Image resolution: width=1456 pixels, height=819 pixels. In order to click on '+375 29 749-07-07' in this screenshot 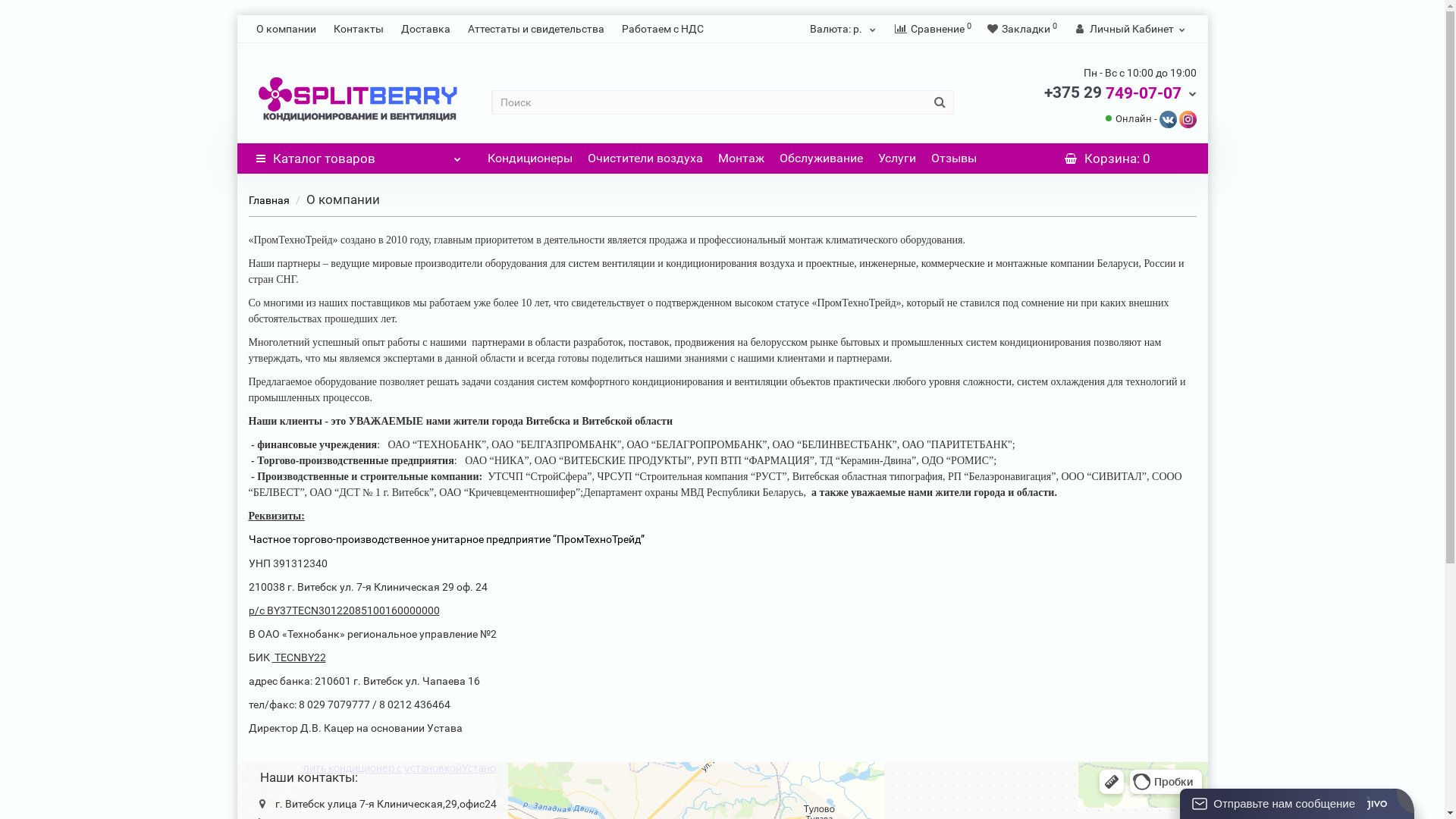, I will do `click(1043, 92)`.